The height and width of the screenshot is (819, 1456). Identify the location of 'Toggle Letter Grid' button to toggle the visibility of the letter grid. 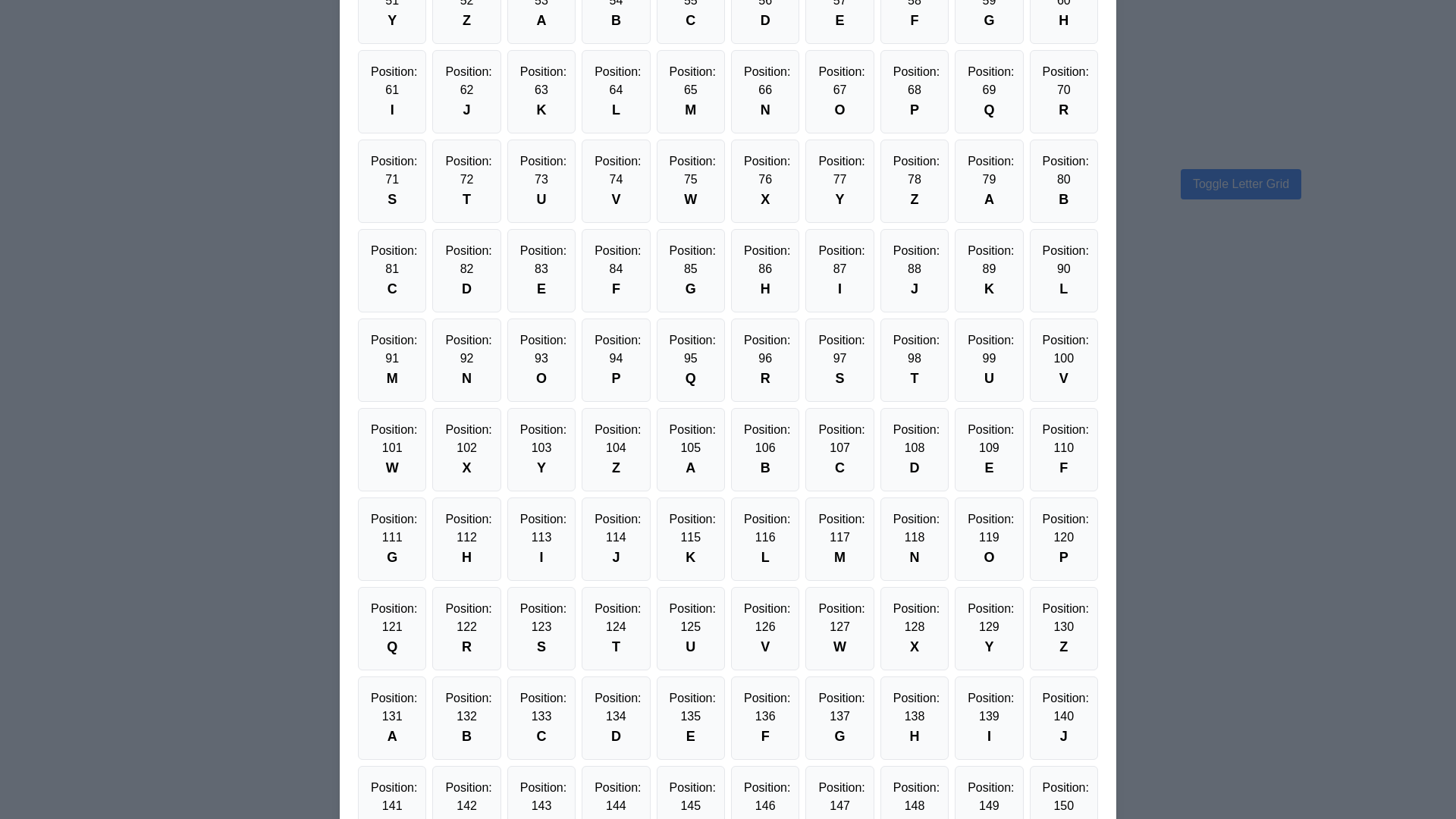
(1241, 184).